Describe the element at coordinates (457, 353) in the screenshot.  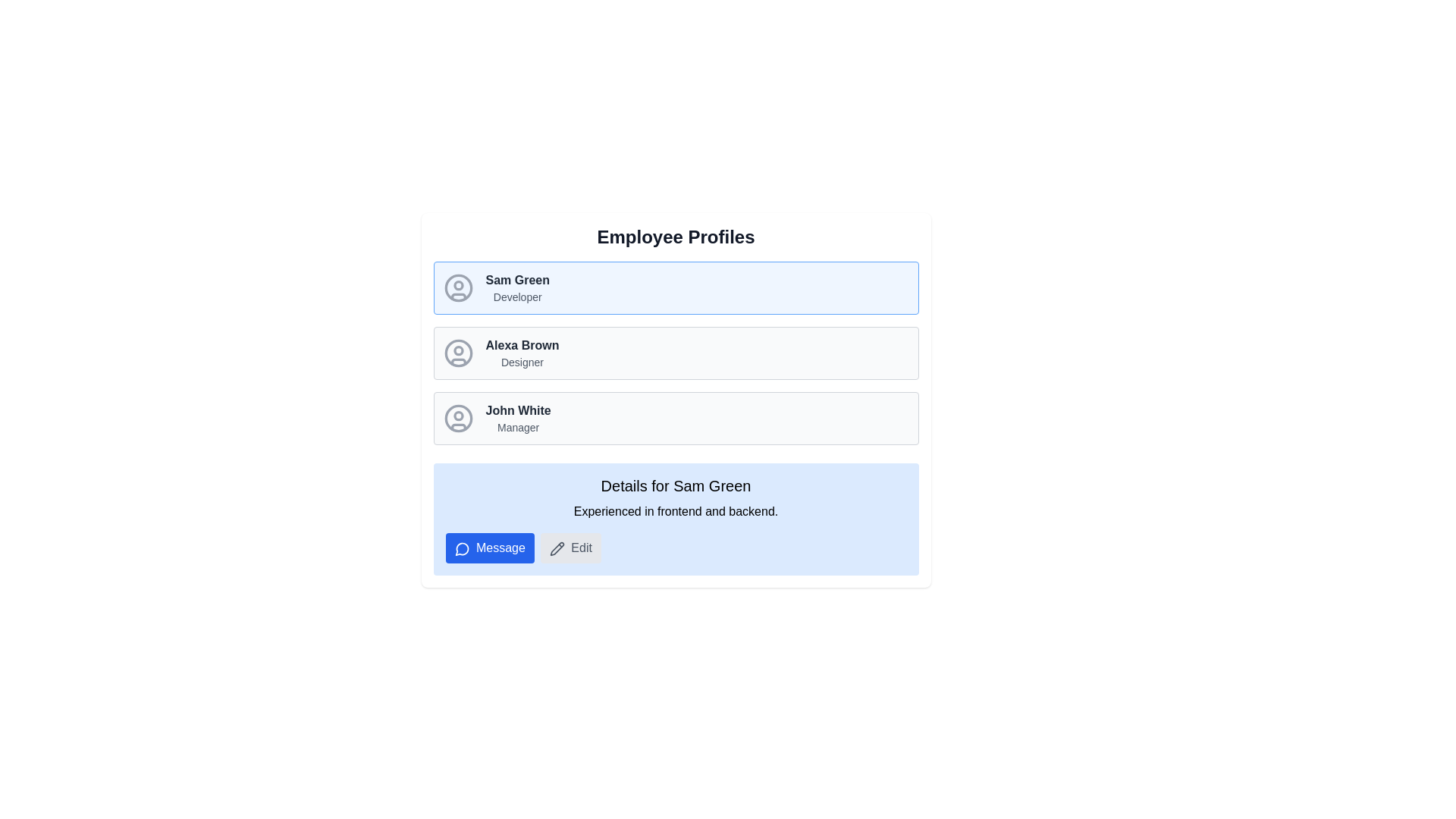
I see `the user profile icon, which is a gray SVG icon resembling a stylized user profile image, located to the left of the text 'Alexa Brown Designer' in the second row of employee profiles` at that location.